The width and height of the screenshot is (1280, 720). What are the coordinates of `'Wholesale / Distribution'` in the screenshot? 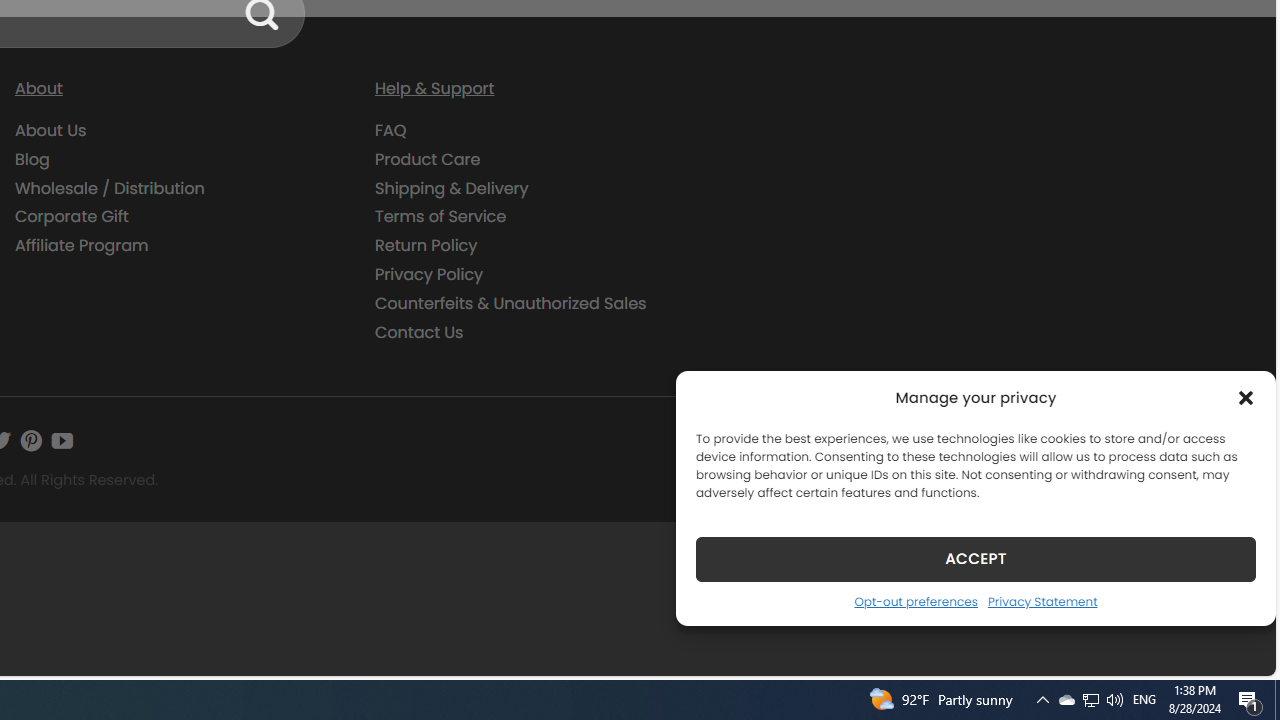 It's located at (180, 188).